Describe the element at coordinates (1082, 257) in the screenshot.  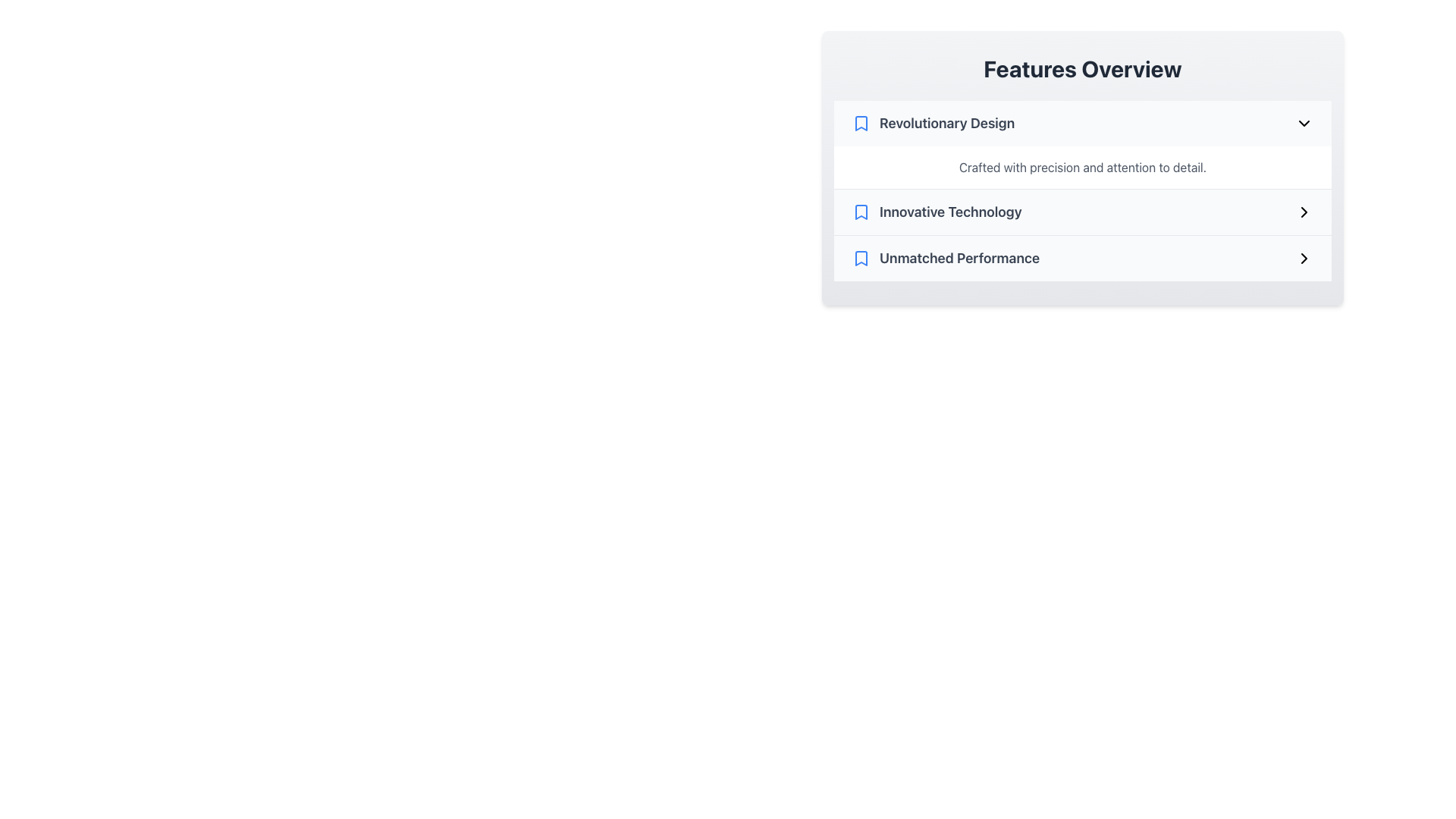
I see `the third list item under the 'Features Overview' section titled 'Unmatched Performance'` at that location.